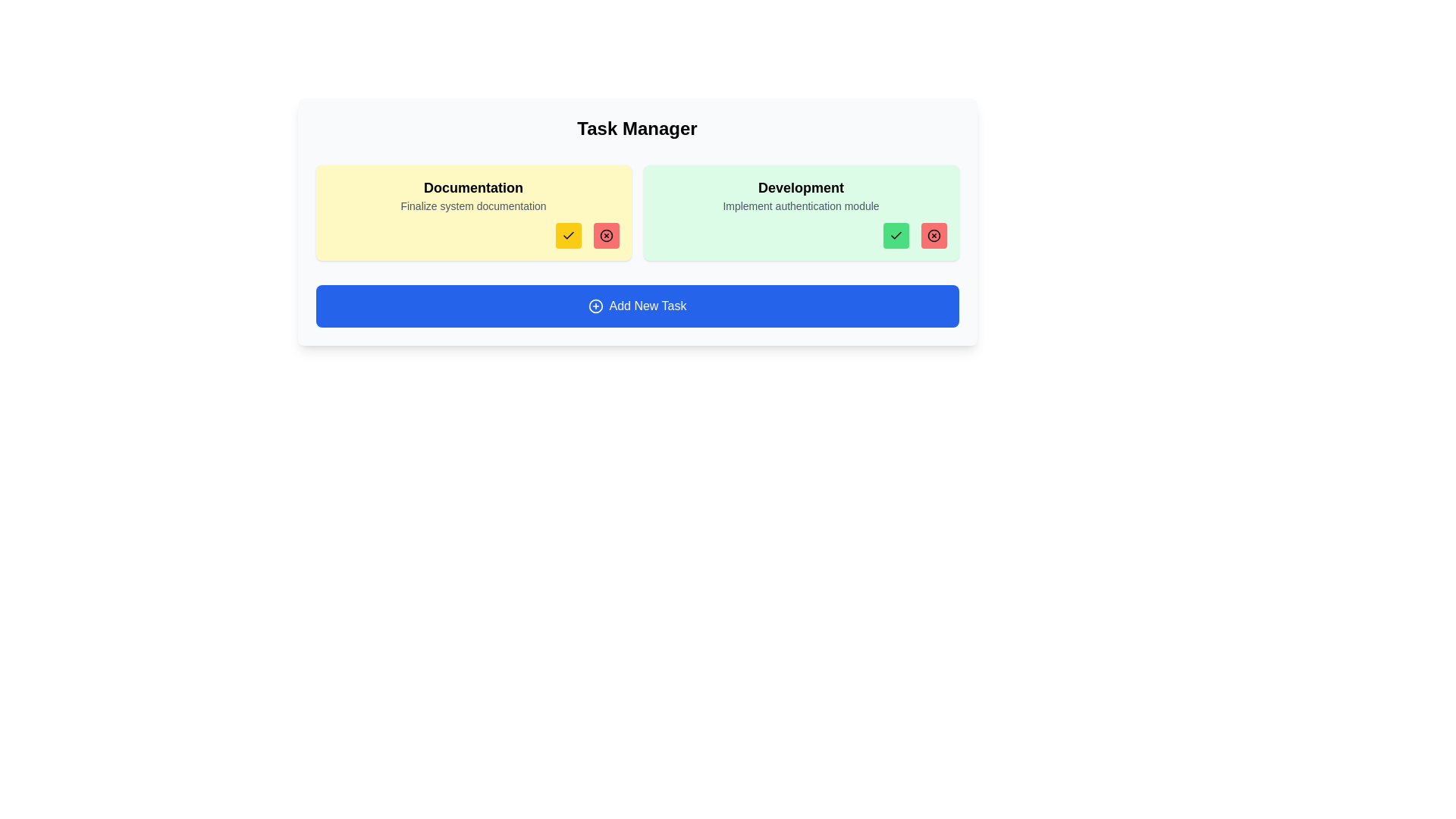 The image size is (1456, 819). Describe the element at coordinates (896, 236) in the screenshot. I see `the checkmark icon button within the green rounded square background on the task card labeled 'Development' to mark the task as completed` at that location.